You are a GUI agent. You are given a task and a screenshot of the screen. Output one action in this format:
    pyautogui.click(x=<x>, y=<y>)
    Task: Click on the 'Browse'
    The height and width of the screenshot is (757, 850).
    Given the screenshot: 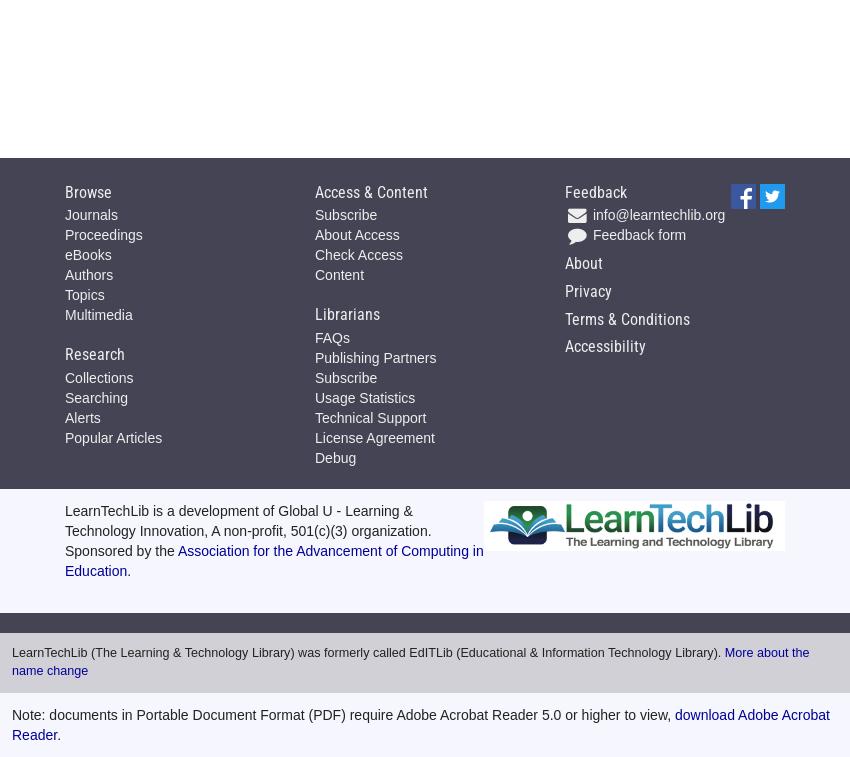 What is the action you would take?
    pyautogui.click(x=87, y=190)
    